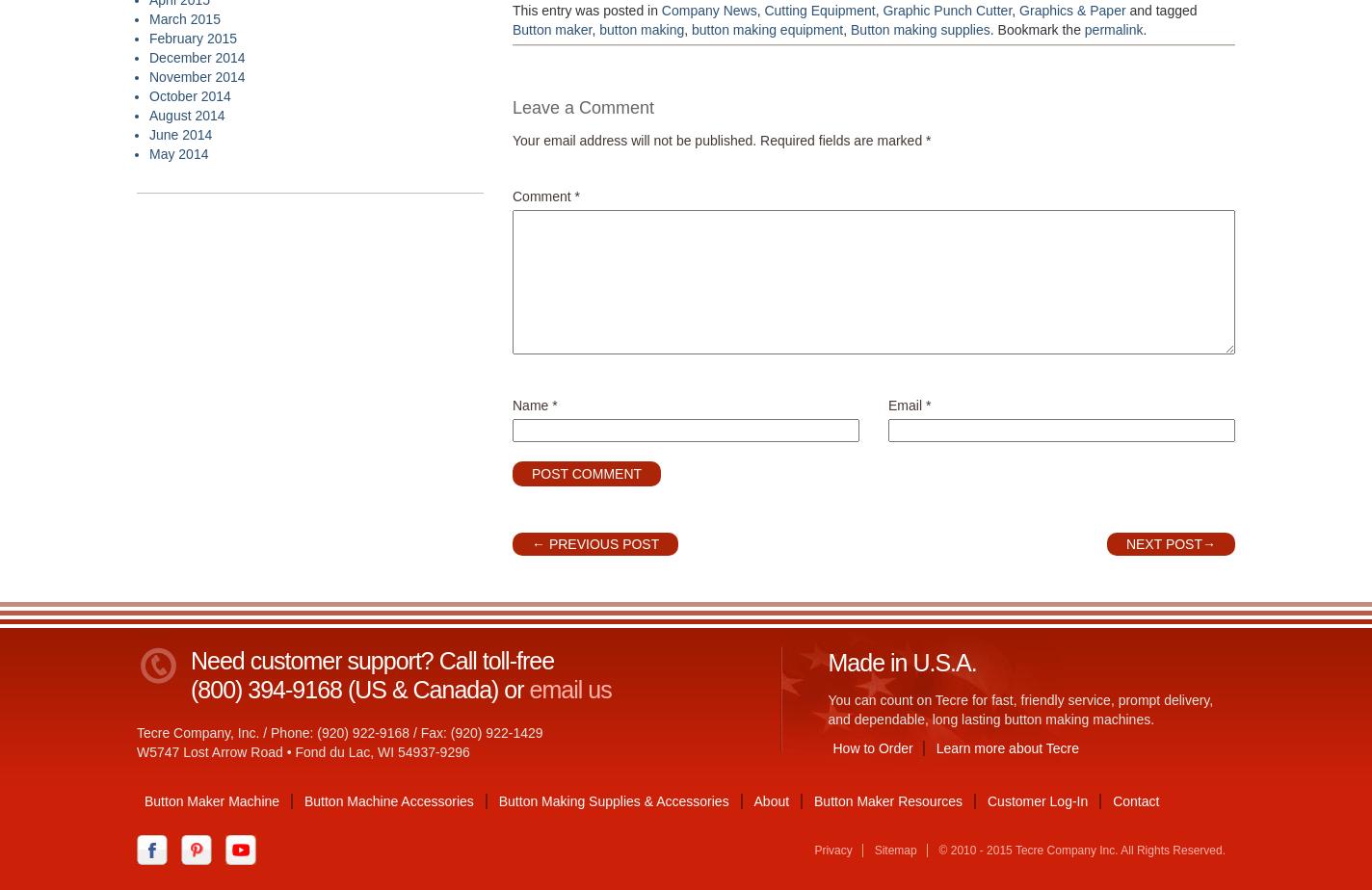 Image resolution: width=1372 pixels, height=890 pixels. I want to click on 'W5747 Lost Arrow Road • Fond du Lac, WI 54937-9296', so click(302, 751).